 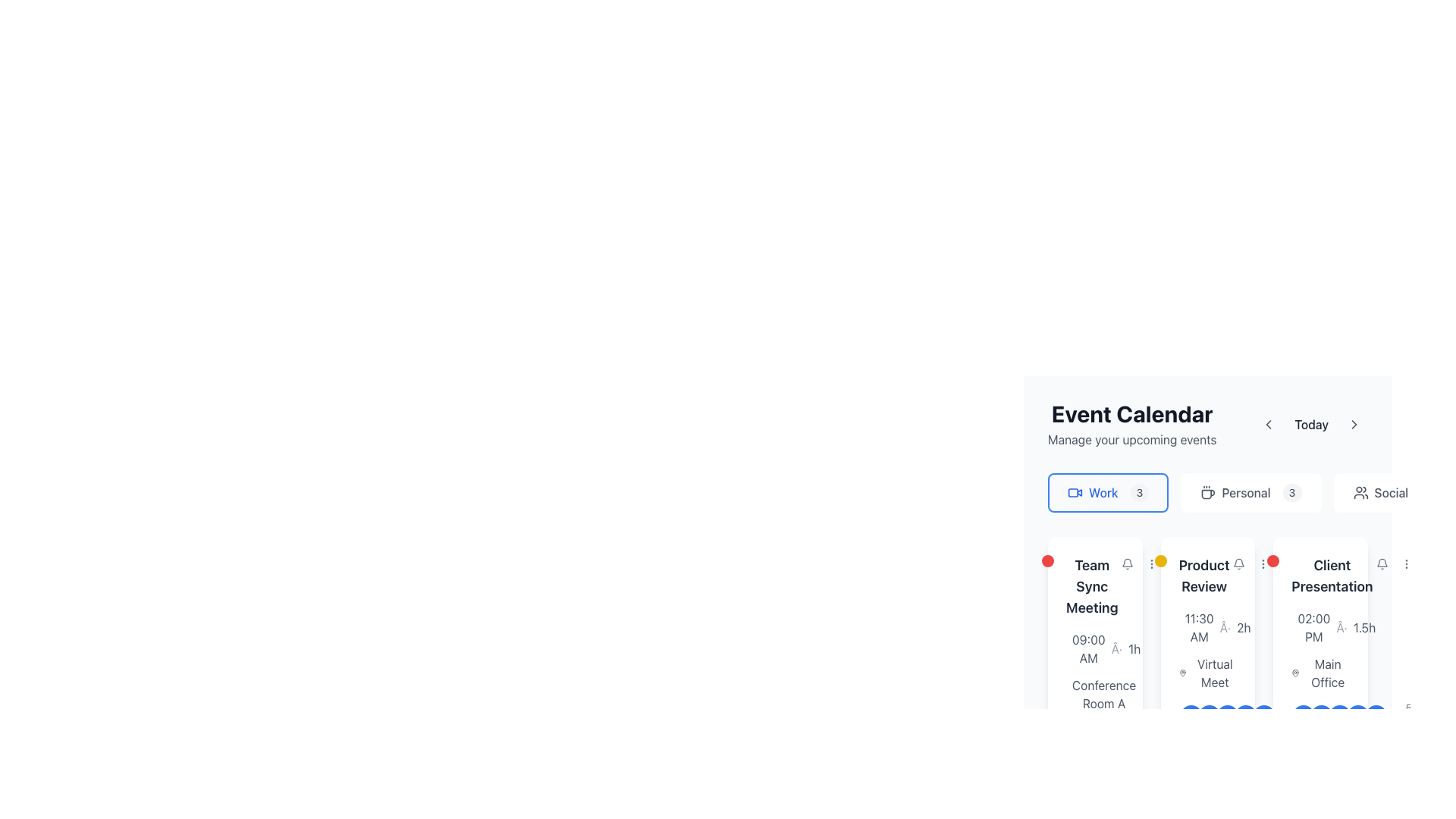 I want to click on the static text element that displays 'Manage your upcoming events', which is styled in gray and positioned below the 'Event Calendar' heading, so click(x=1132, y=439).